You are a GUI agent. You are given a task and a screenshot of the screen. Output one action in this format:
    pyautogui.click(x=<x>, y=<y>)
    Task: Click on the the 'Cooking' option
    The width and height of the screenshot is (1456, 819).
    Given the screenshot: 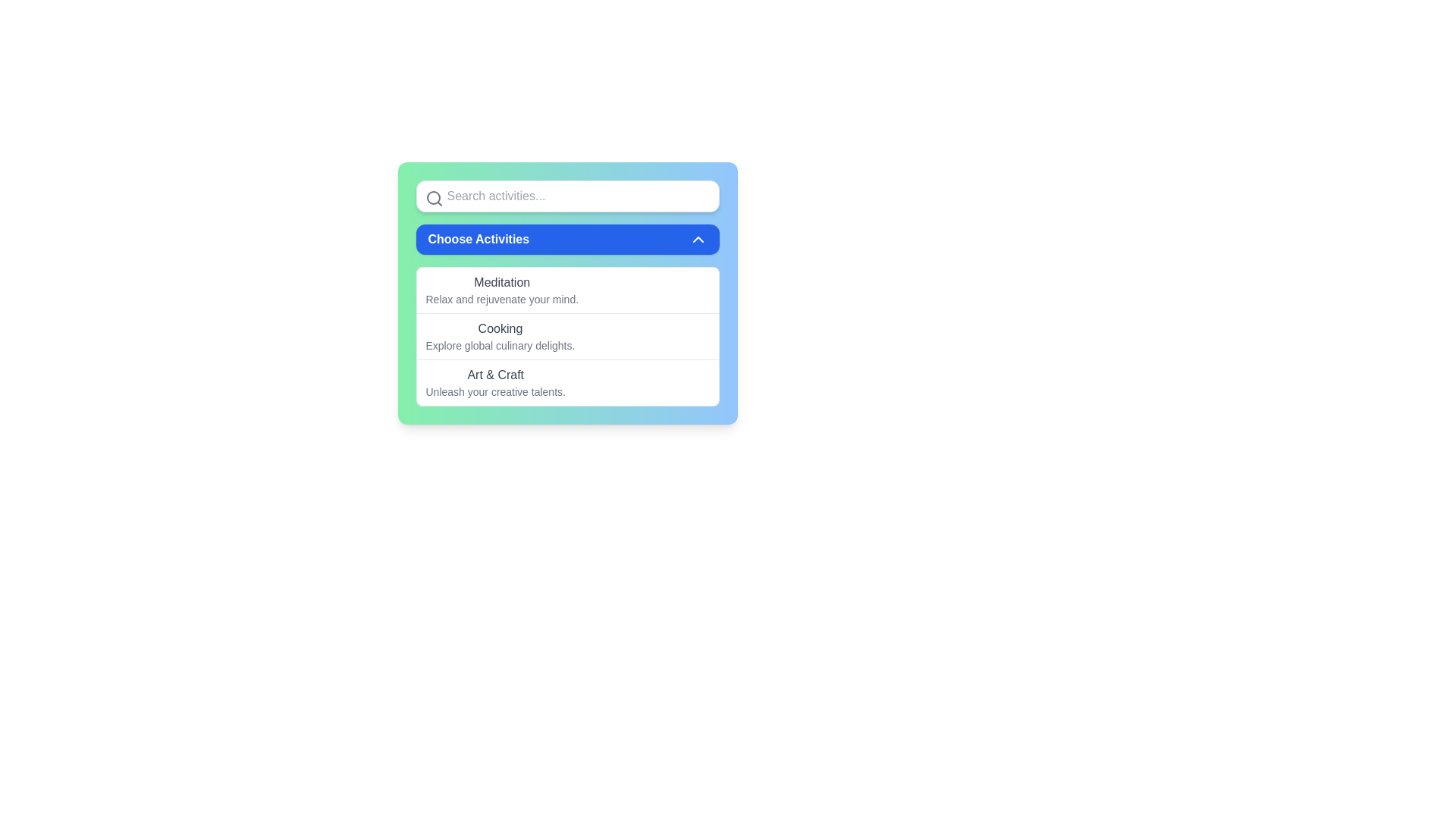 What is the action you would take?
    pyautogui.click(x=500, y=335)
    